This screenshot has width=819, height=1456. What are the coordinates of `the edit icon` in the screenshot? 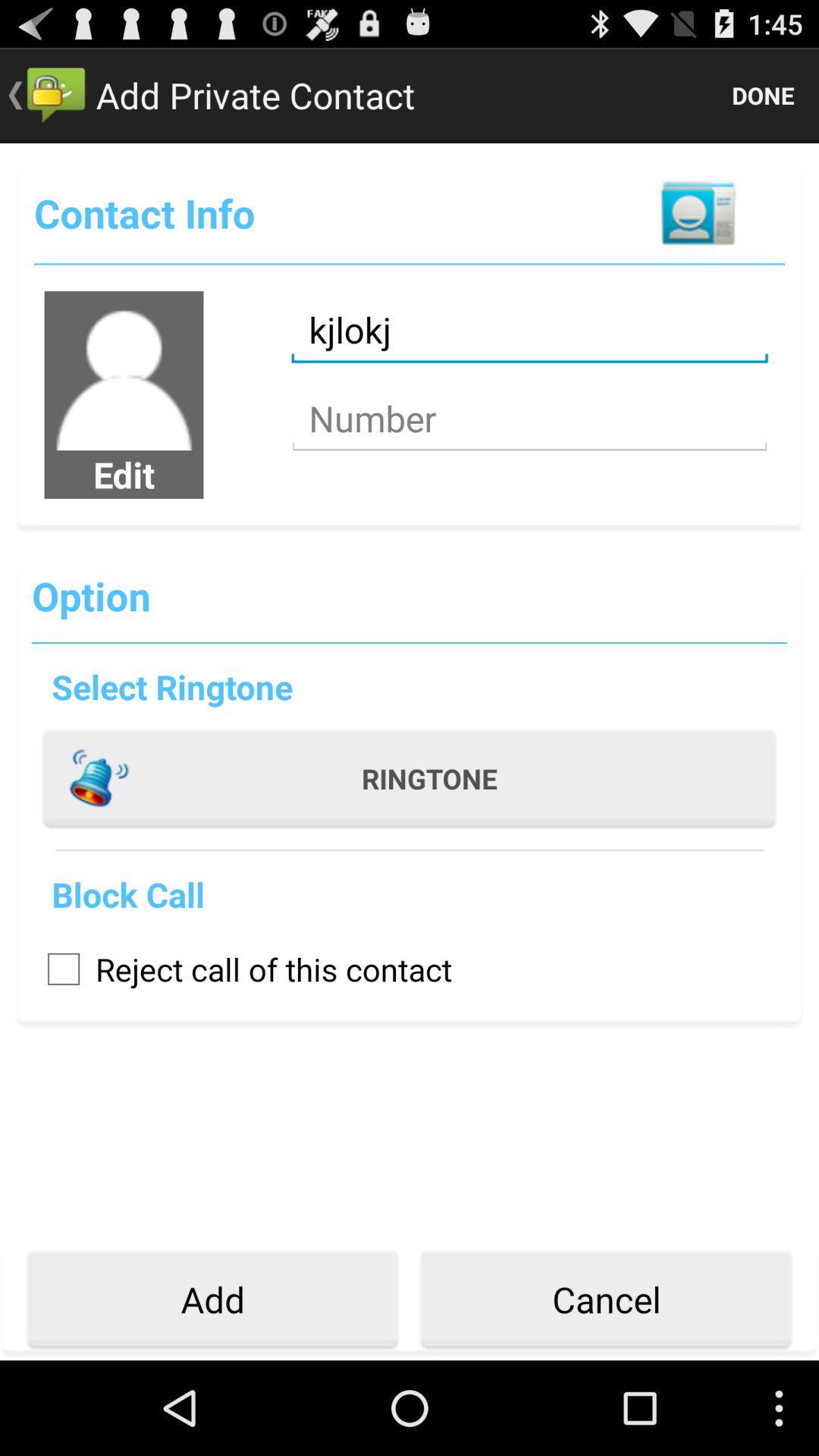 It's located at (123, 473).